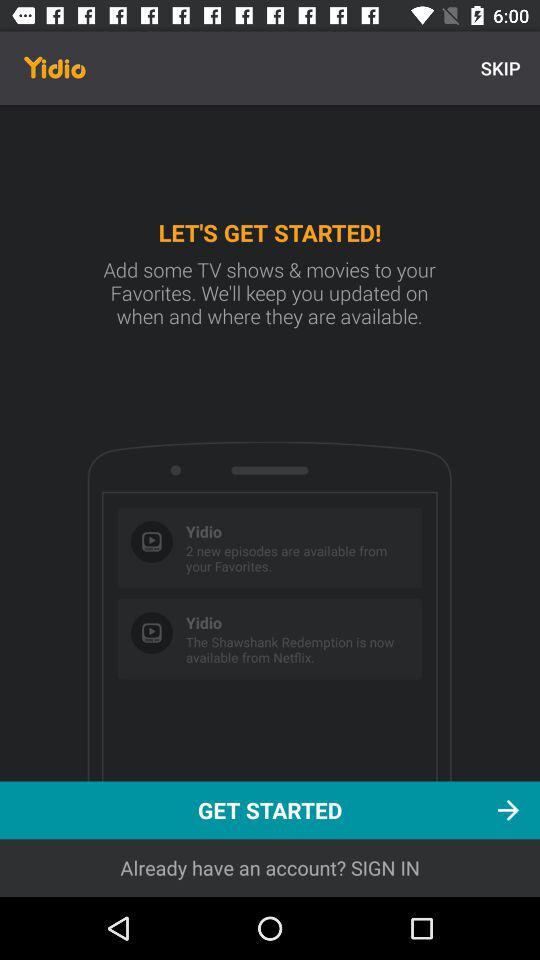  Describe the element at coordinates (499, 68) in the screenshot. I see `skip icon` at that location.